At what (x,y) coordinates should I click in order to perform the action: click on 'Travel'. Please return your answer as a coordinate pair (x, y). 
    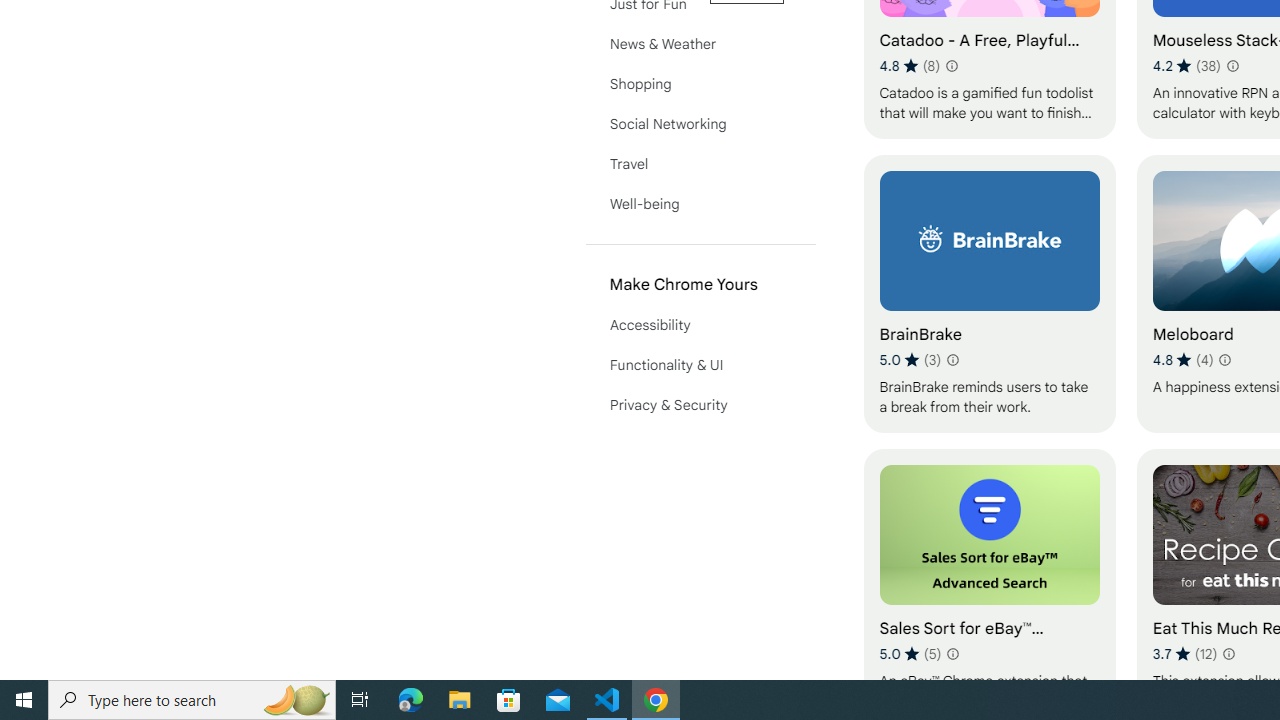
    Looking at the image, I should click on (700, 163).